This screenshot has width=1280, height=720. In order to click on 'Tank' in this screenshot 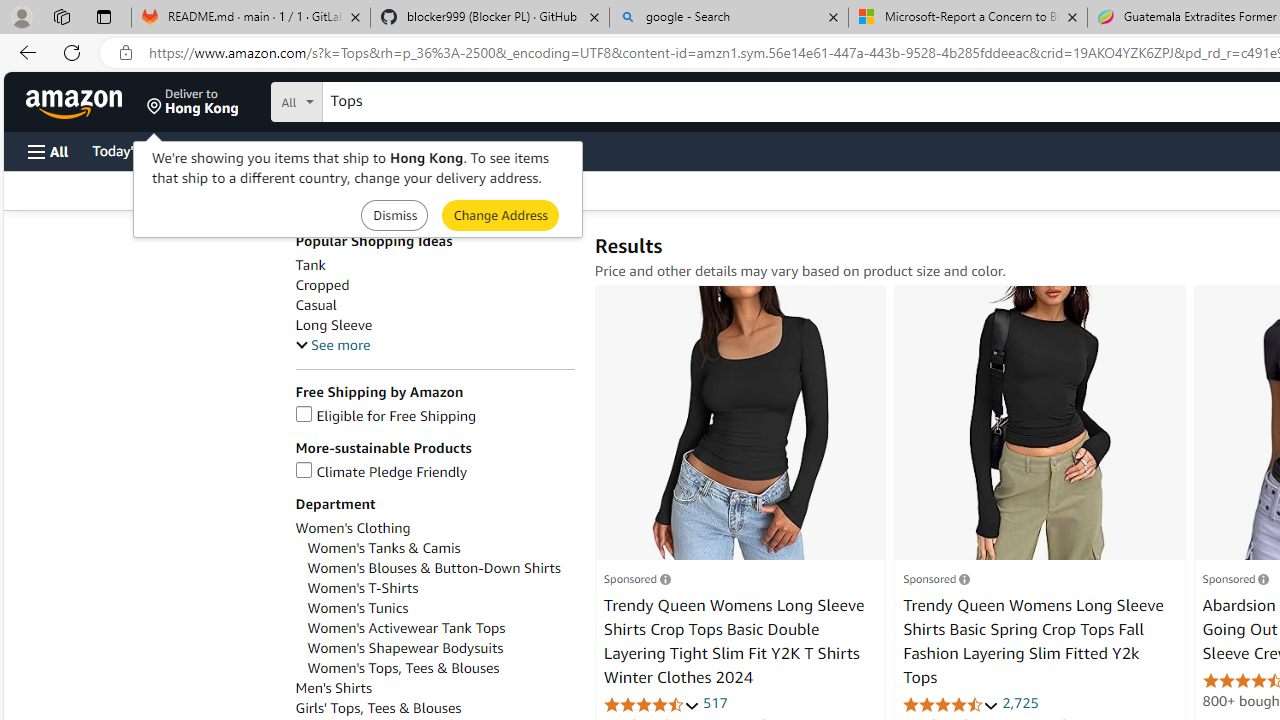, I will do `click(433, 264)`.